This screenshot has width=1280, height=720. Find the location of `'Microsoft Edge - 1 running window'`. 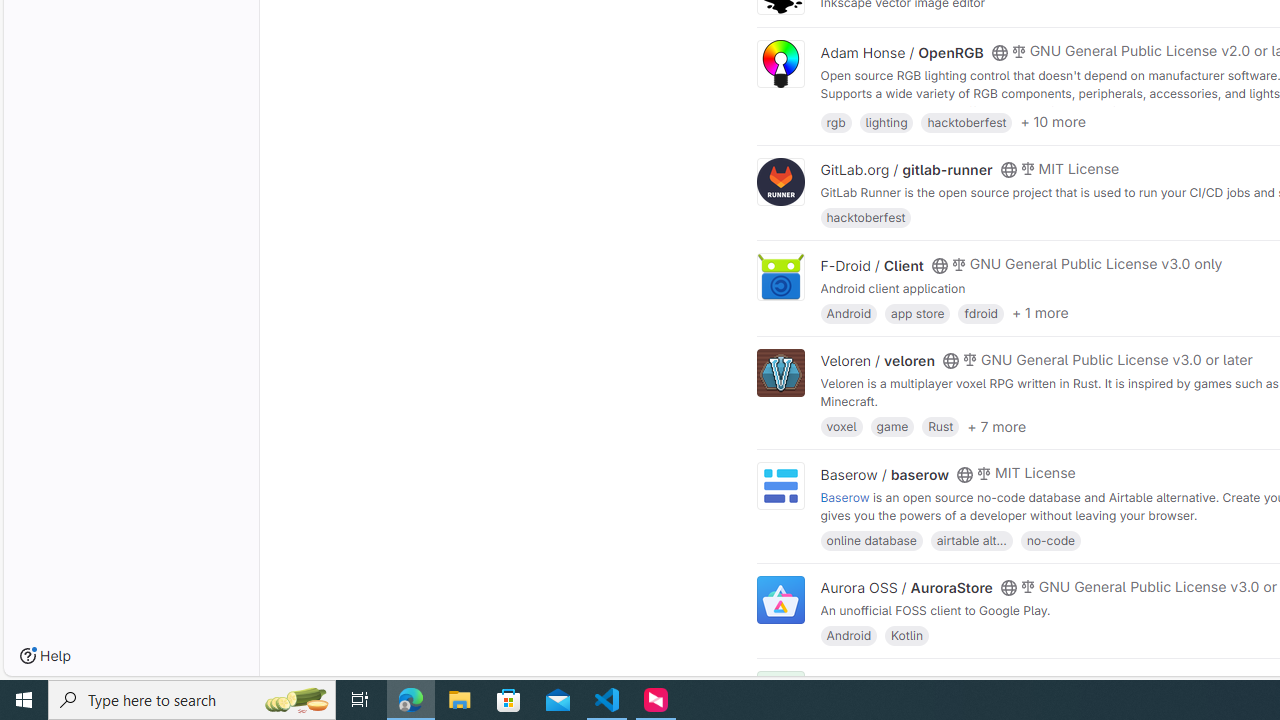

'Microsoft Edge - 1 running window' is located at coordinates (410, 698).